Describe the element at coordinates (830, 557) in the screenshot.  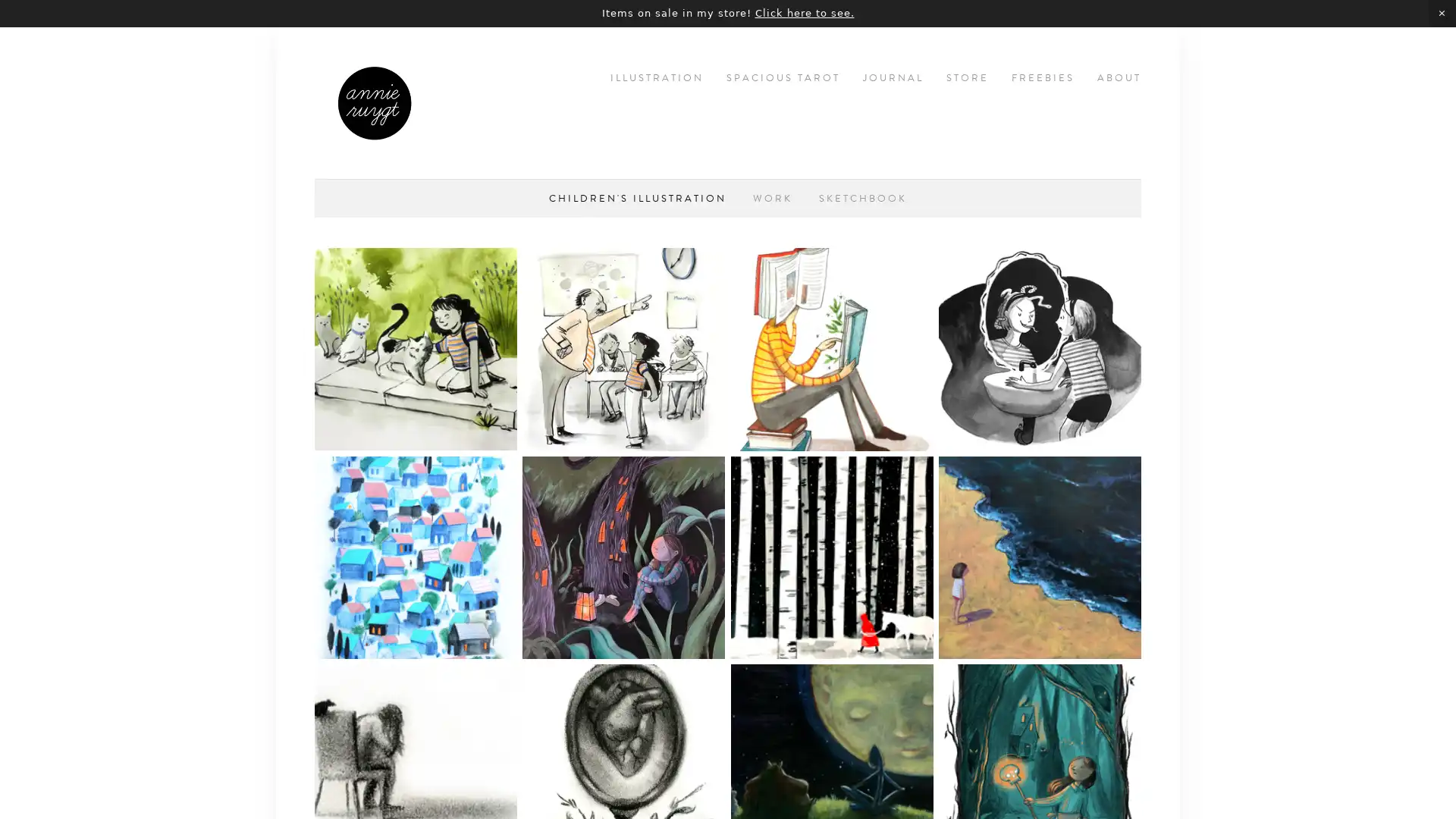
I see `View fullsize red-riding-hood.png` at that location.